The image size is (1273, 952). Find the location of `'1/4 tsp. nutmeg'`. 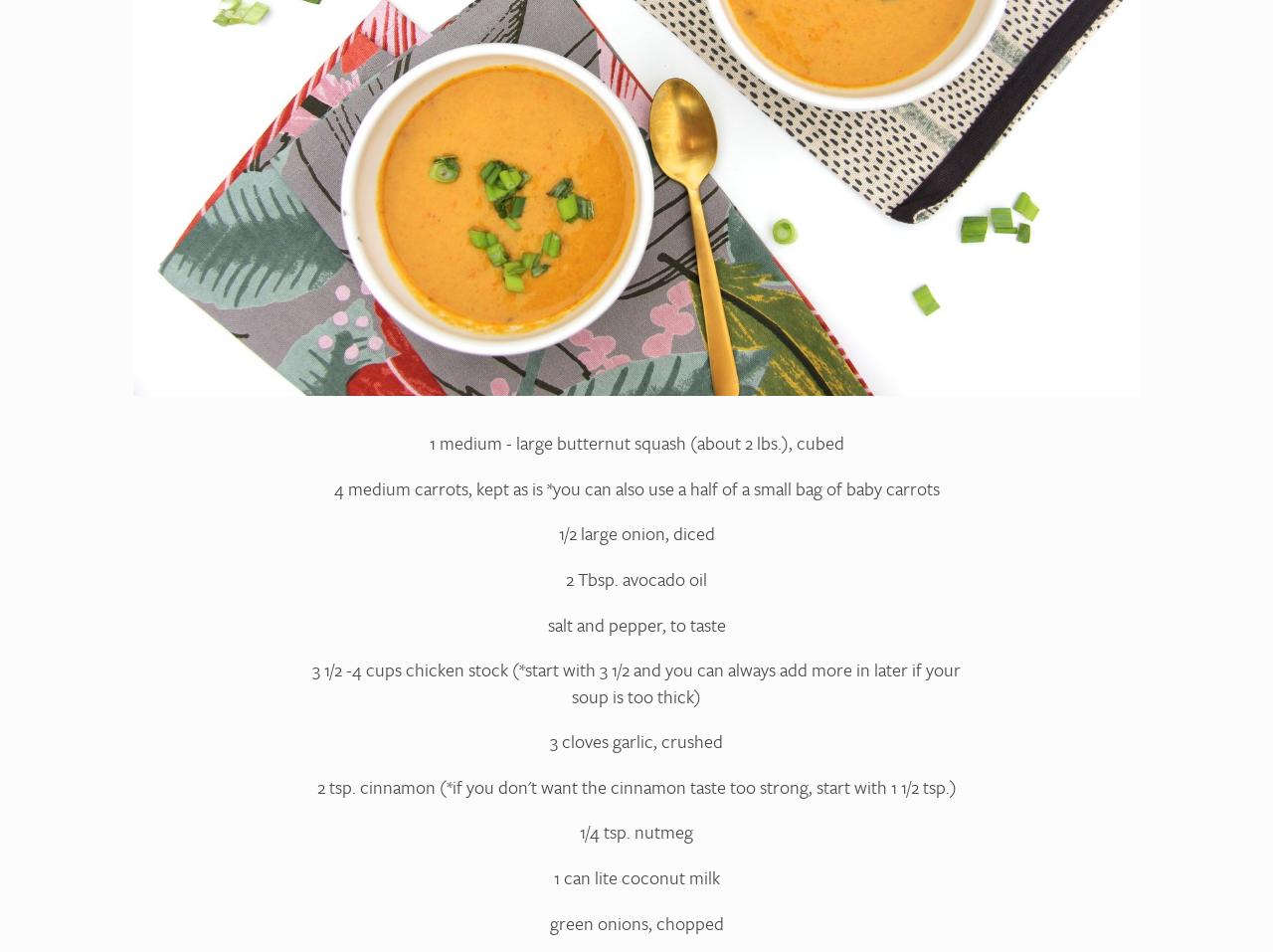

'1/4 tsp. nutmeg' is located at coordinates (636, 831).